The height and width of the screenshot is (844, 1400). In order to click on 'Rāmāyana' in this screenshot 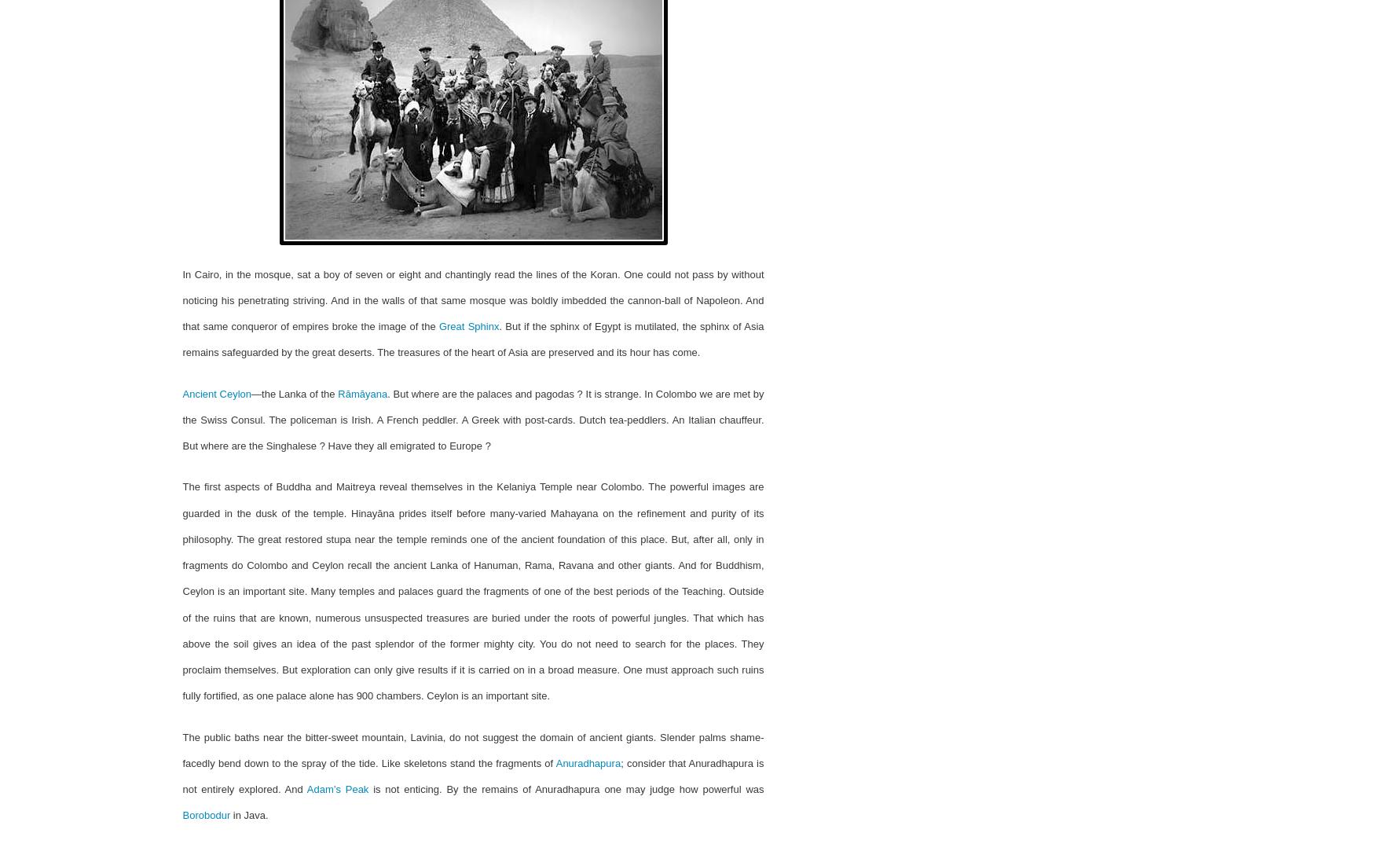, I will do `click(361, 393)`.